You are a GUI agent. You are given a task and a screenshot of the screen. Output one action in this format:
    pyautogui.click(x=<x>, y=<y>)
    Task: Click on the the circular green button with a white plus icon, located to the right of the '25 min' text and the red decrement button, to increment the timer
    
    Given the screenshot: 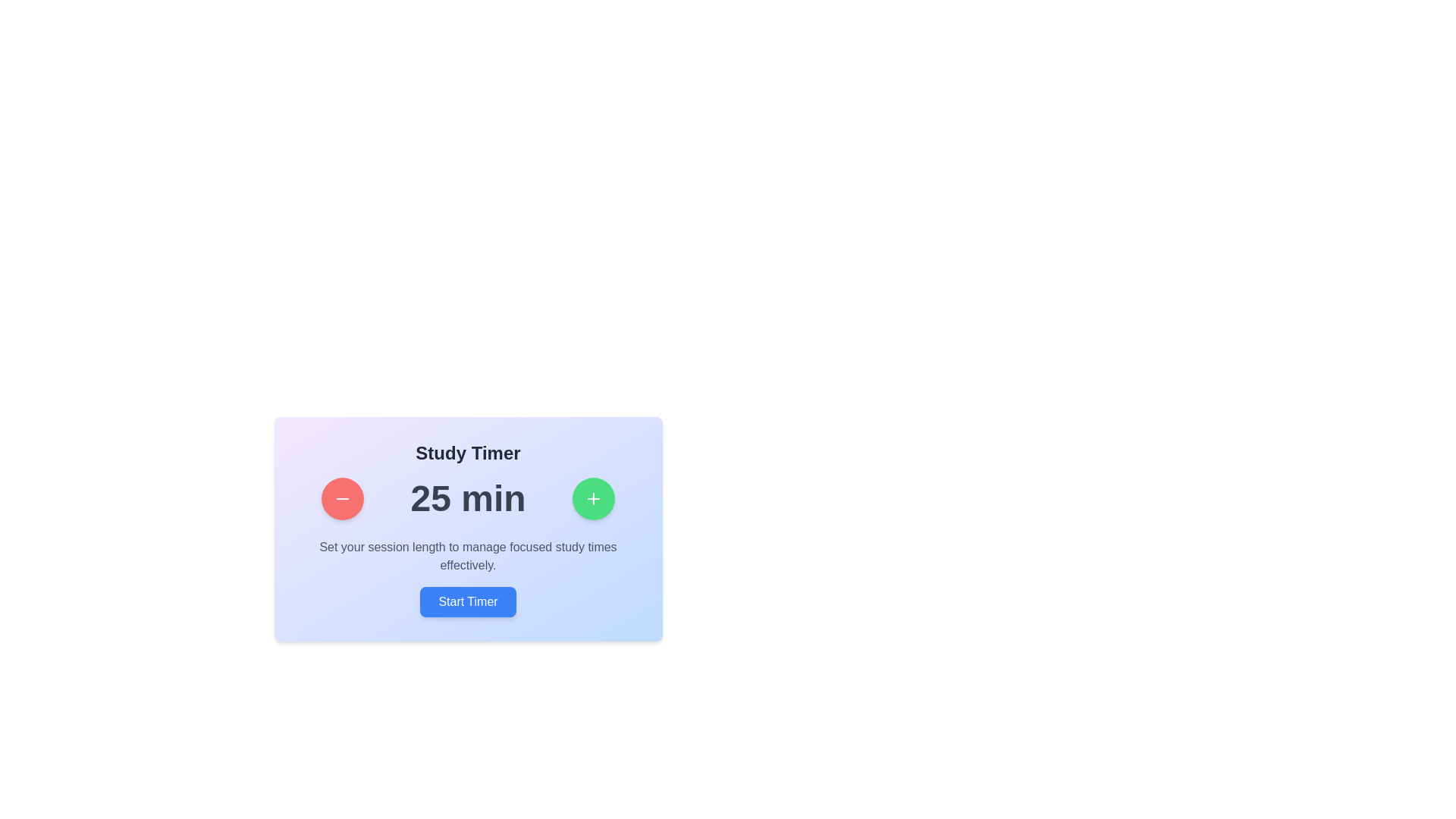 What is the action you would take?
    pyautogui.click(x=592, y=499)
    